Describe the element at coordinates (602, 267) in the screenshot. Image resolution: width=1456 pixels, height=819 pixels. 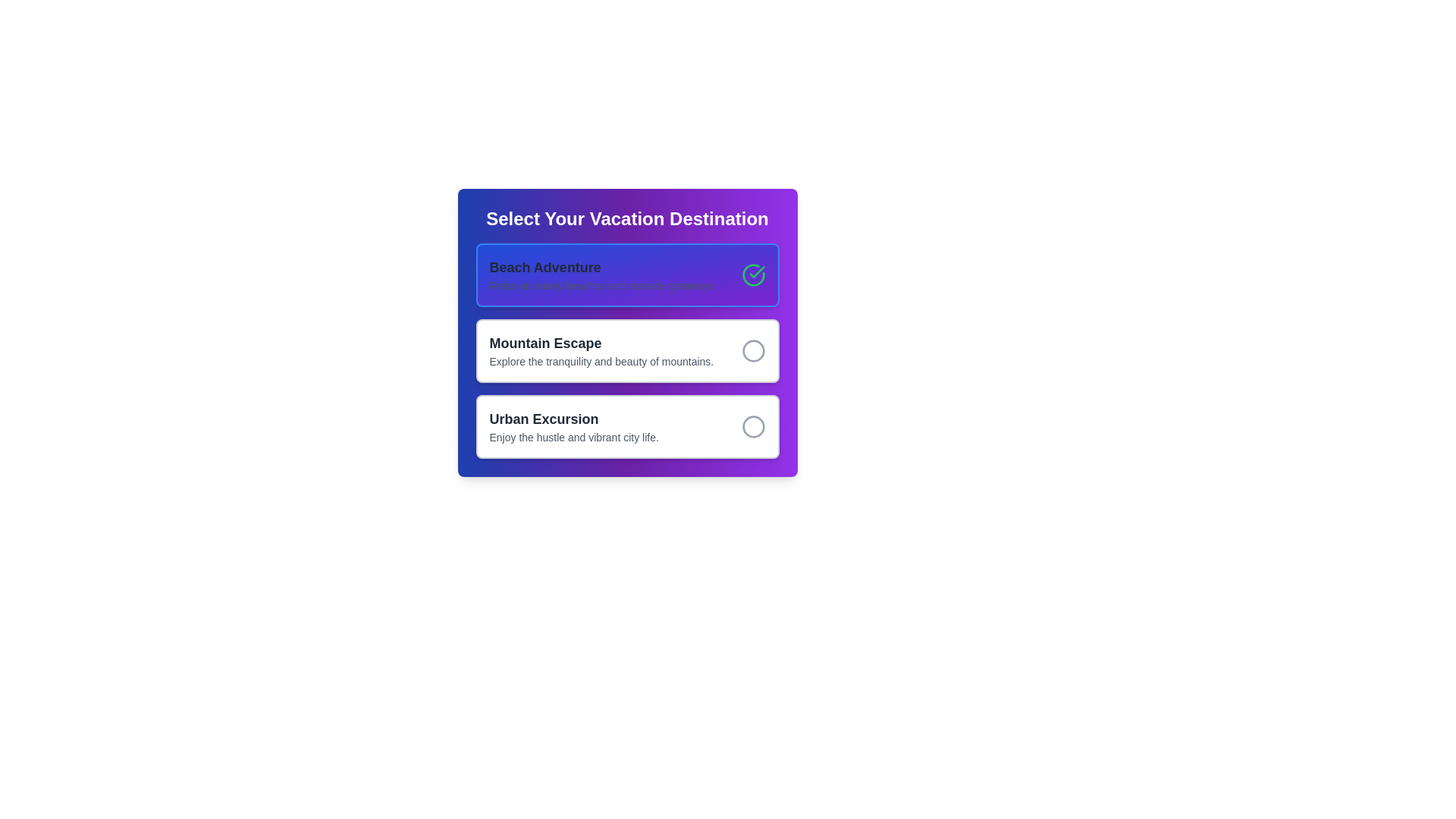
I see `the text element displaying the title 'Beach Adventure'` at that location.